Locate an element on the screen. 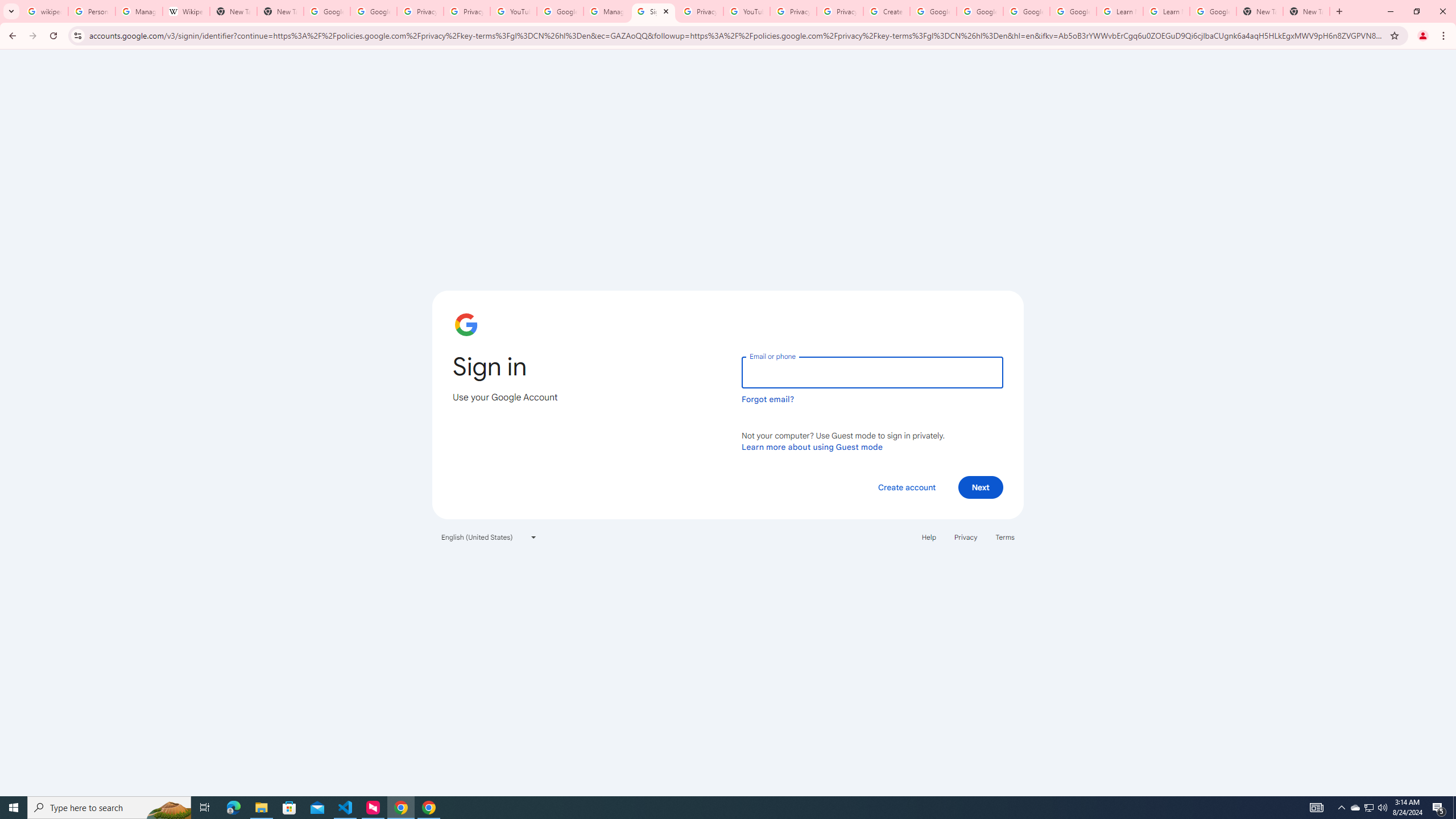  'Forgot email?' is located at coordinates (767, 399).